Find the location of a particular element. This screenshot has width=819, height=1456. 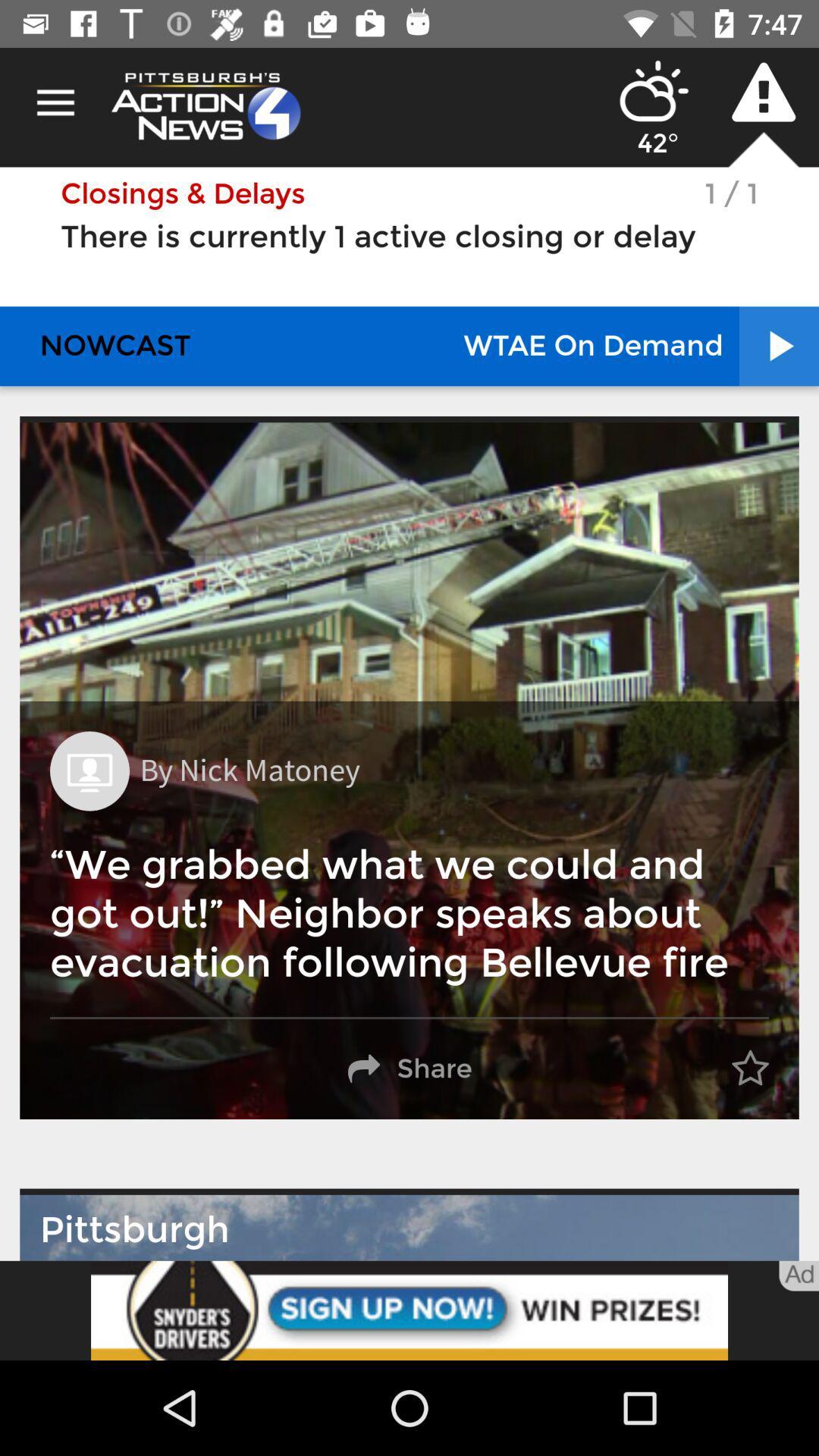

the menu icon is located at coordinates (55, 102).